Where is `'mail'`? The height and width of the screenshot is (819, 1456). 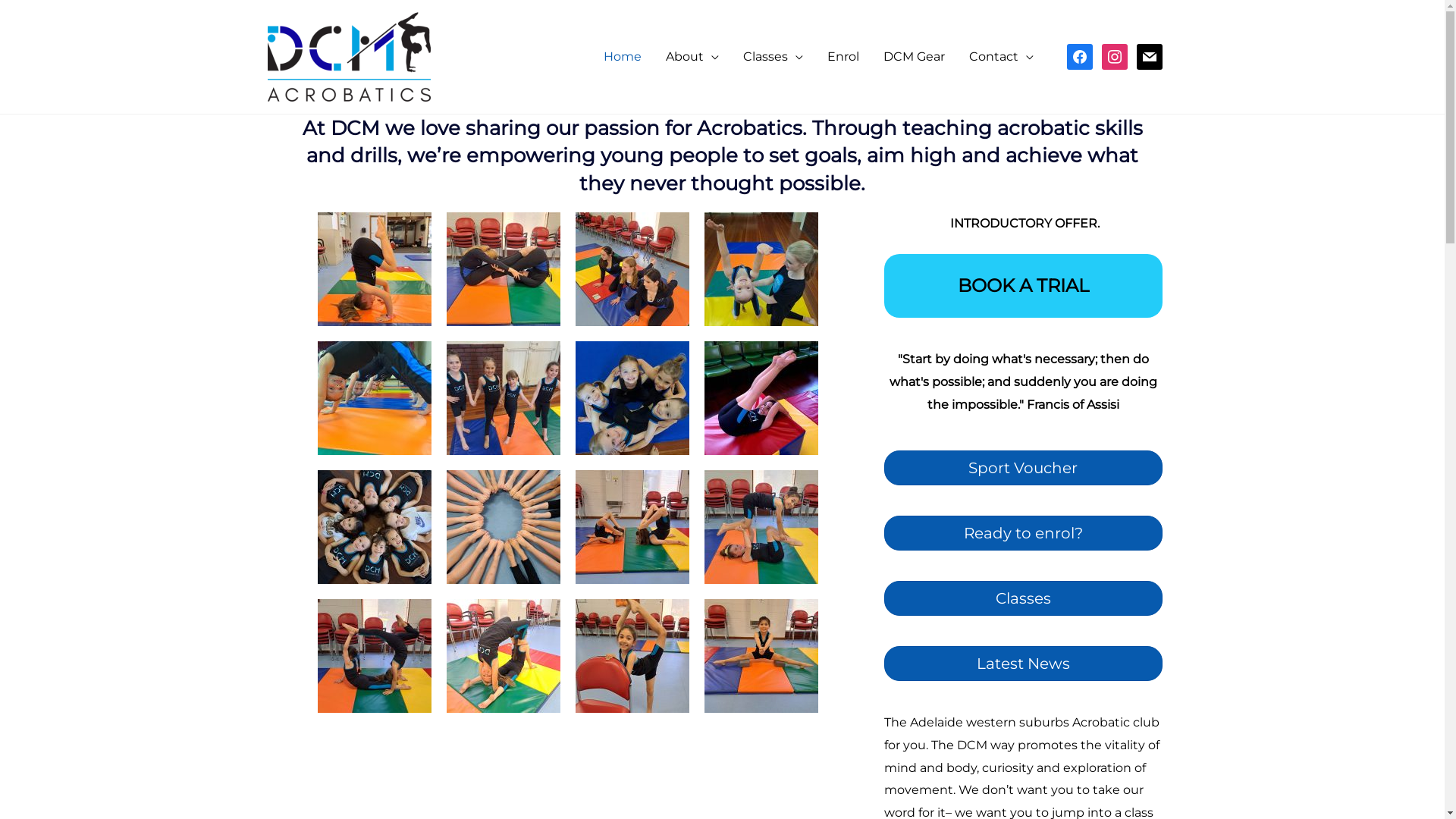
'mail' is located at coordinates (1135, 55).